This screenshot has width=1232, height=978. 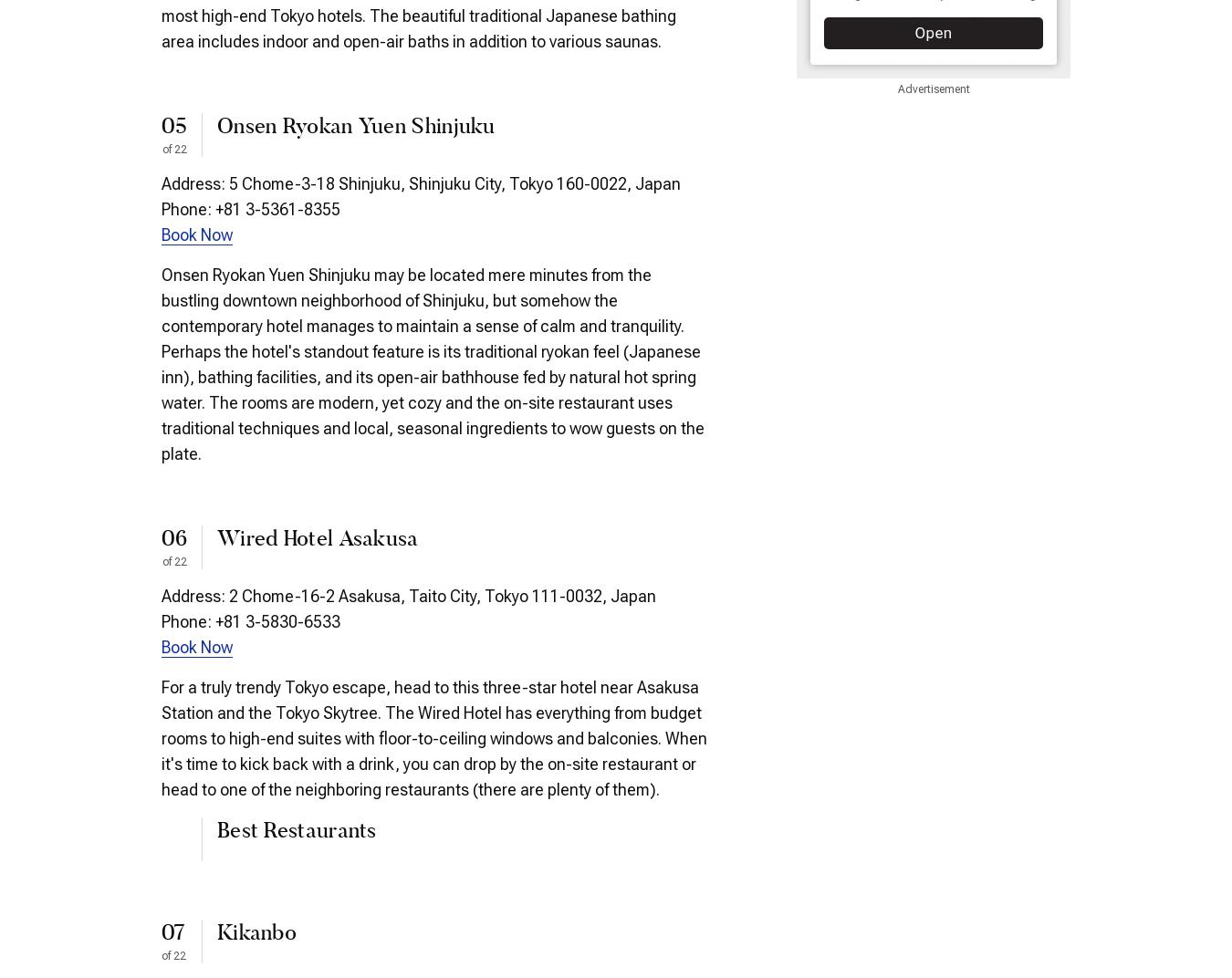 What do you see at coordinates (256, 933) in the screenshot?
I see `'Kikanbo'` at bounding box center [256, 933].